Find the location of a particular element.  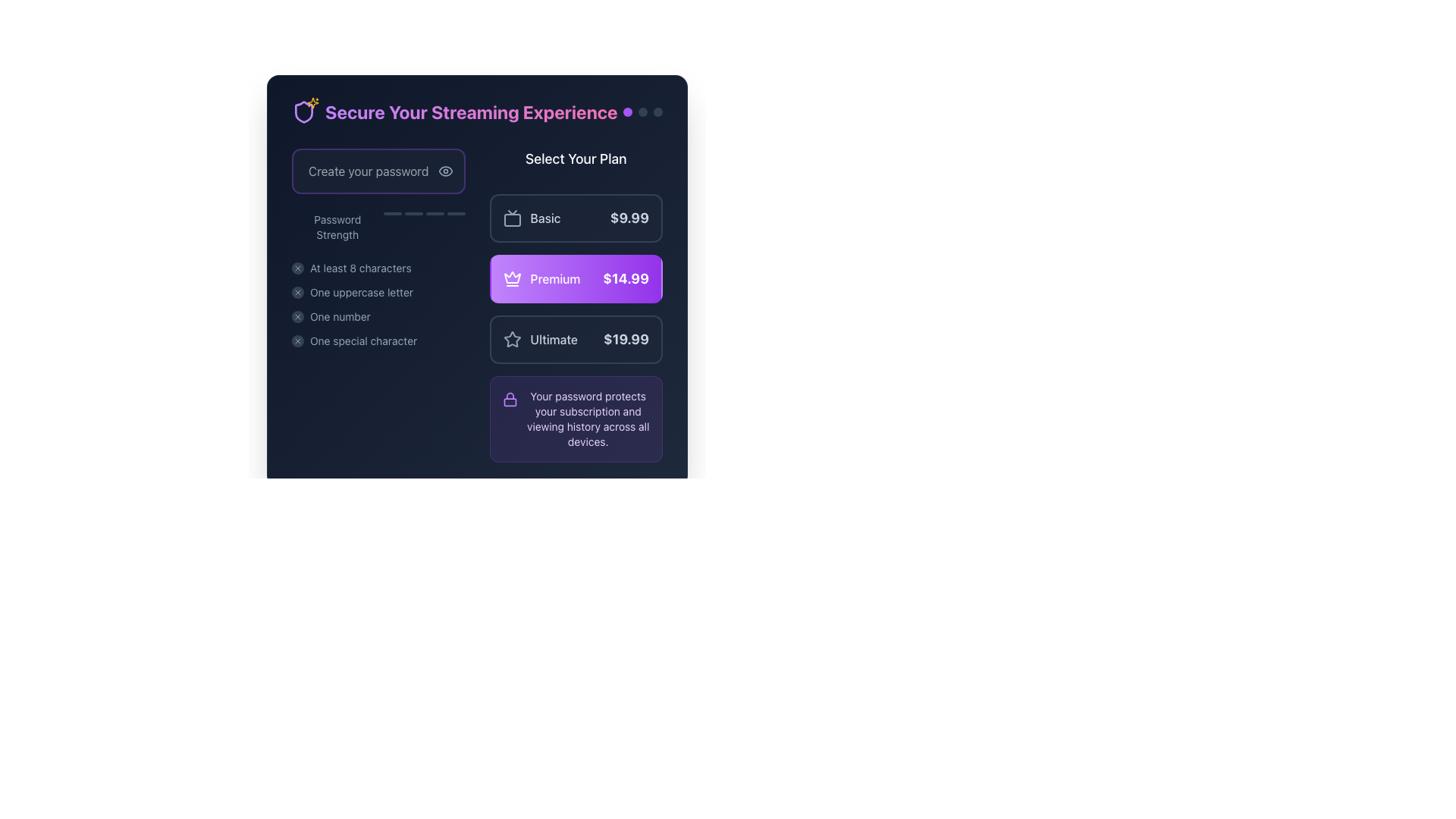

the first decorative visual indicator of the password strength meter, which is a small horizontal rectangular bar with a rounded appearance and a dark background, located under the 'Password Strength' label is located at coordinates (392, 213).